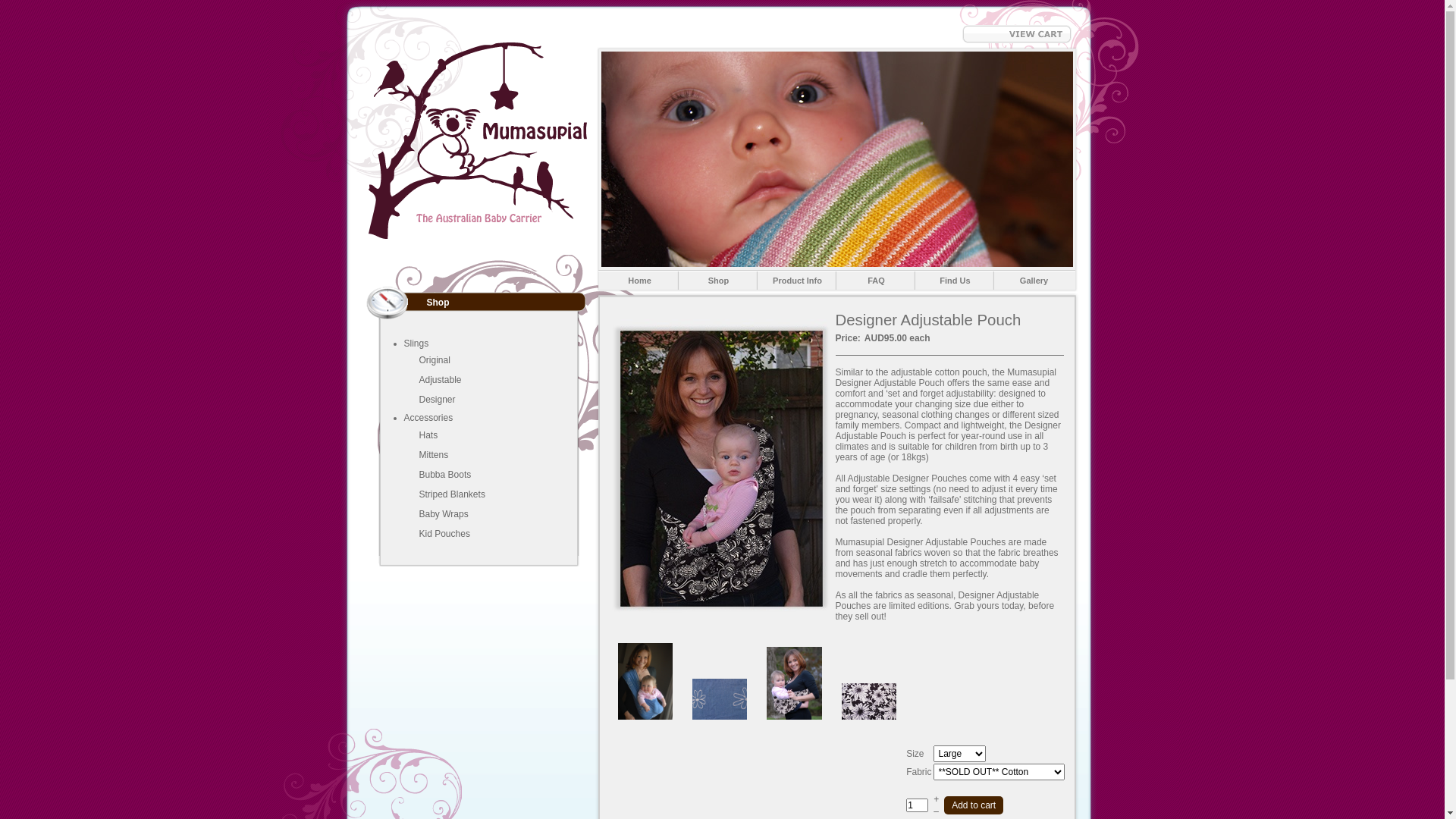 This screenshot has width=1456, height=819. I want to click on 'View Cart', so click(1015, 39).